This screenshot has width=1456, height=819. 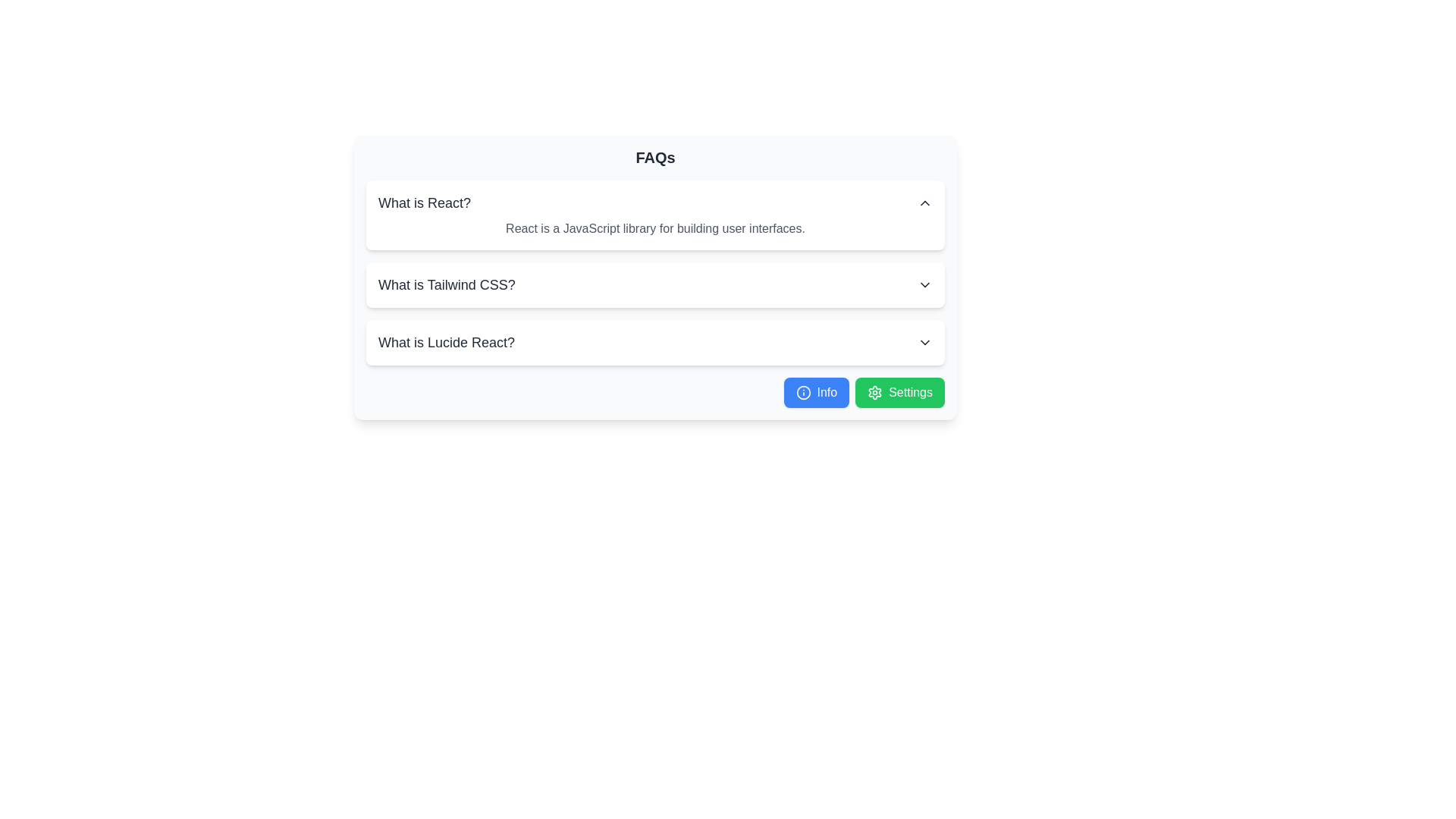 What do you see at coordinates (924, 342) in the screenshot?
I see `the expand/collapse icon for the 'What is Lucide React?' FAQ entry, which is positioned on the far right of the entry` at bounding box center [924, 342].